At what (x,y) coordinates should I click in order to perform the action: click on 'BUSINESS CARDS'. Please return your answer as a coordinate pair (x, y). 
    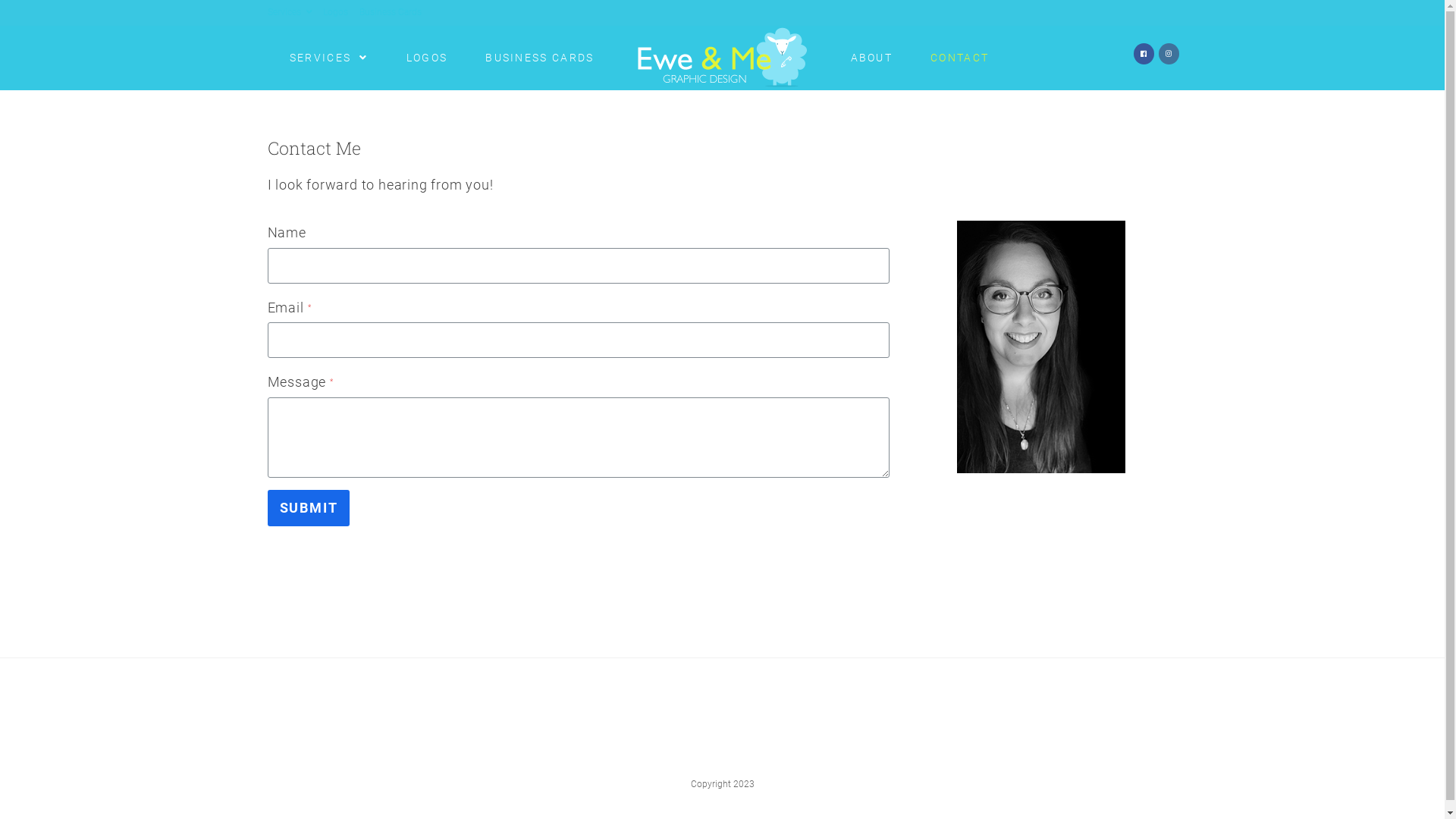
    Looking at the image, I should click on (465, 57).